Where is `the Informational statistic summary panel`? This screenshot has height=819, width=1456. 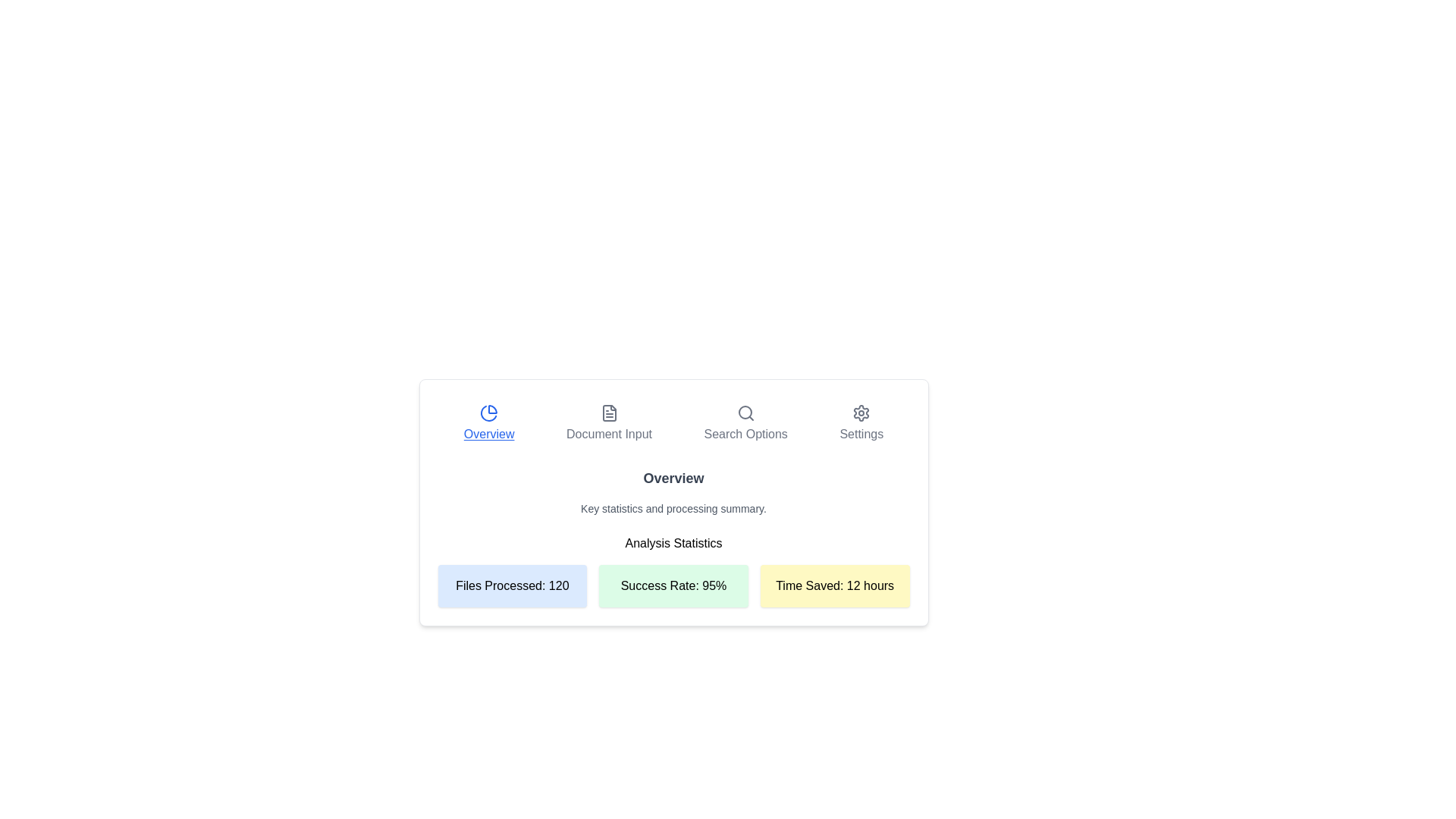
the Informational statistic summary panel is located at coordinates (673, 585).